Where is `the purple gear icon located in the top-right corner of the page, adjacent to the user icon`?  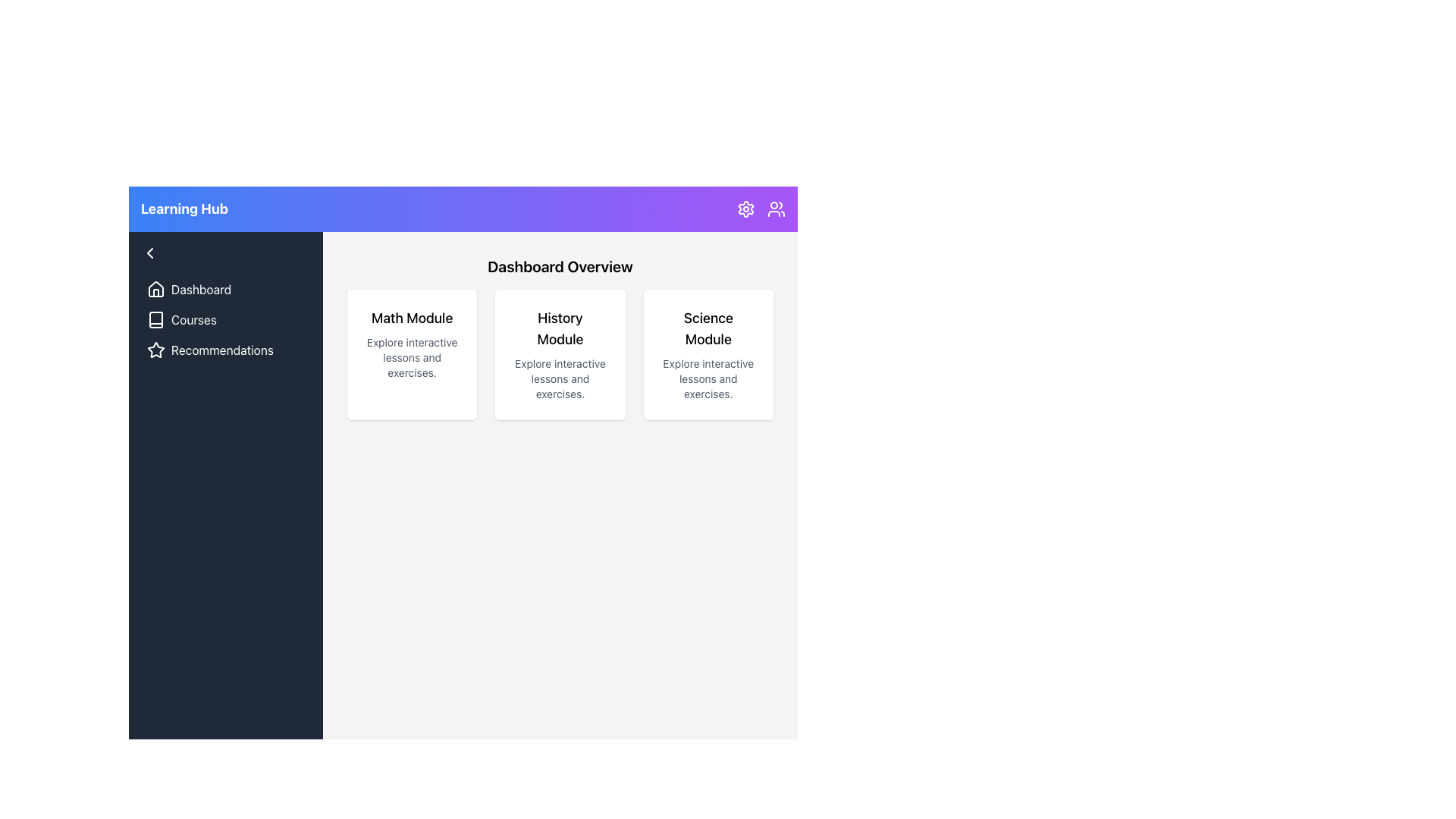 the purple gear icon located in the top-right corner of the page, adjacent to the user icon is located at coordinates (745, 209).